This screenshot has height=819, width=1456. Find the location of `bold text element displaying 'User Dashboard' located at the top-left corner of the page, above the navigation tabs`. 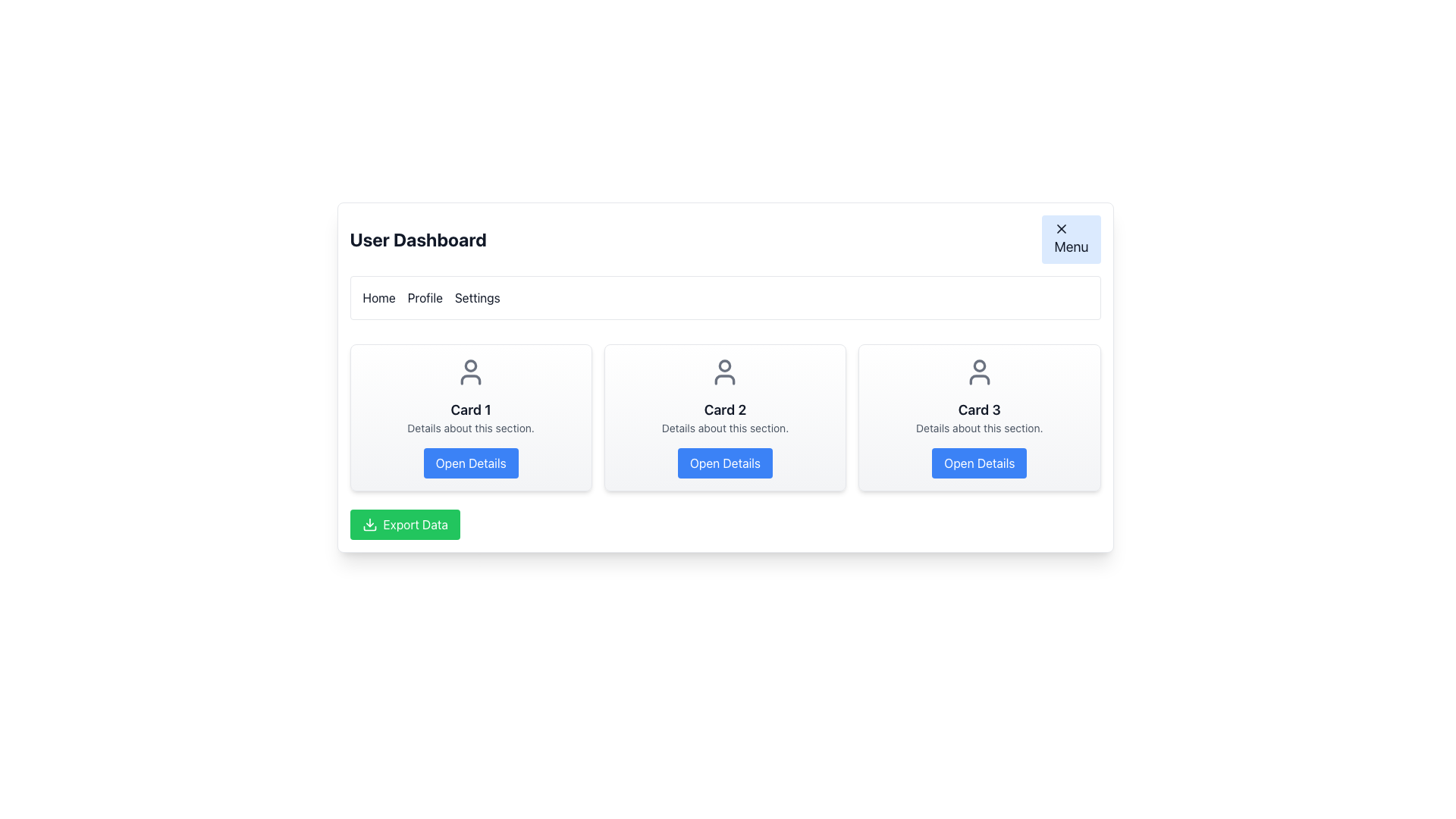

bold text element displaying 'User Dashboard' located at the top-left corner of the page, above the navigation tabs is located at coordinates (418, 239).